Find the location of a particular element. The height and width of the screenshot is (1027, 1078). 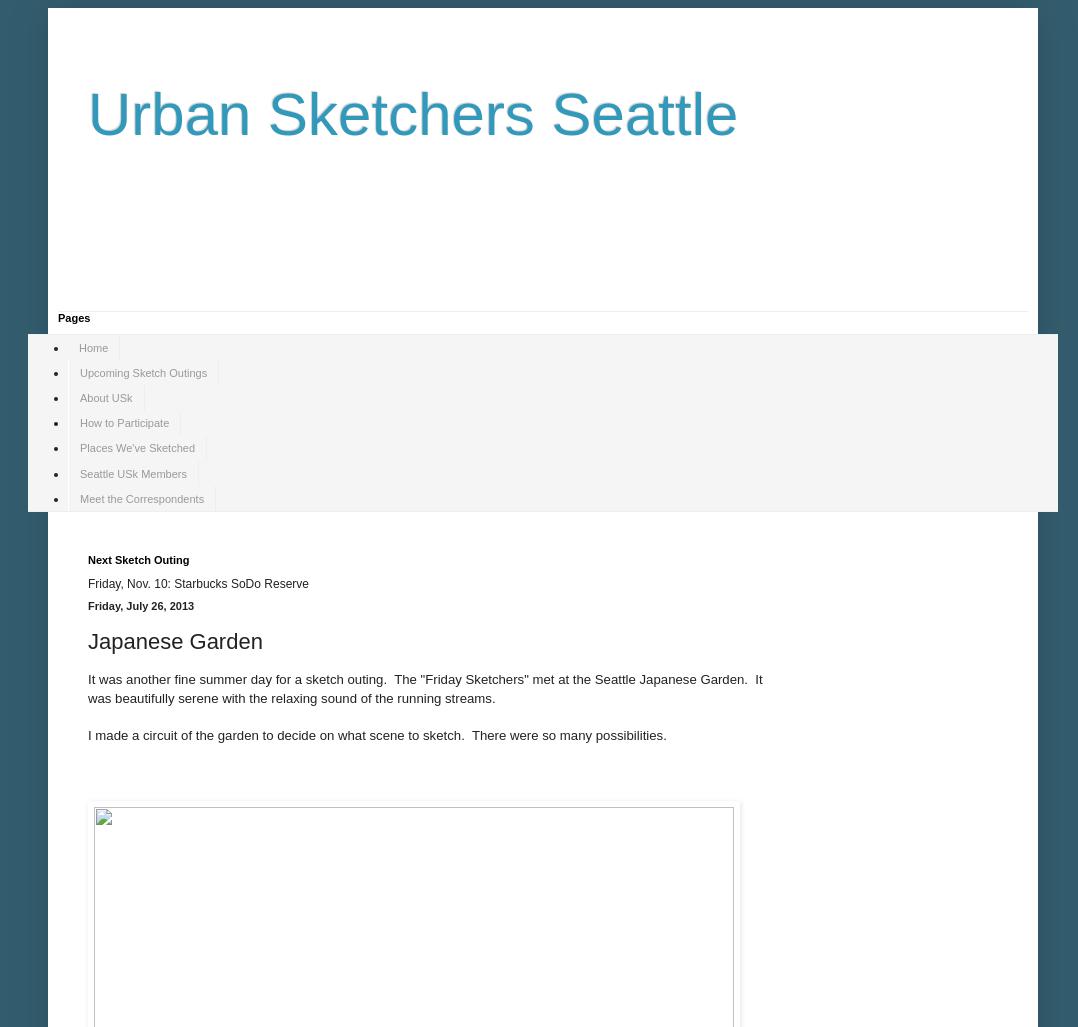

'How to Participate' is located at coordinates (124, 422).